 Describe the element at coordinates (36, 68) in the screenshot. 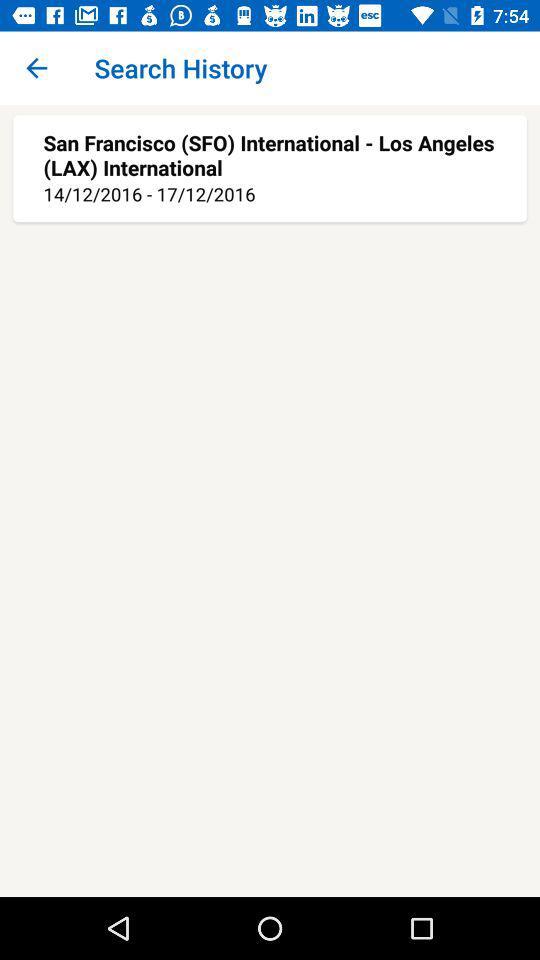

I see `icon to the left of search history app` at that location.